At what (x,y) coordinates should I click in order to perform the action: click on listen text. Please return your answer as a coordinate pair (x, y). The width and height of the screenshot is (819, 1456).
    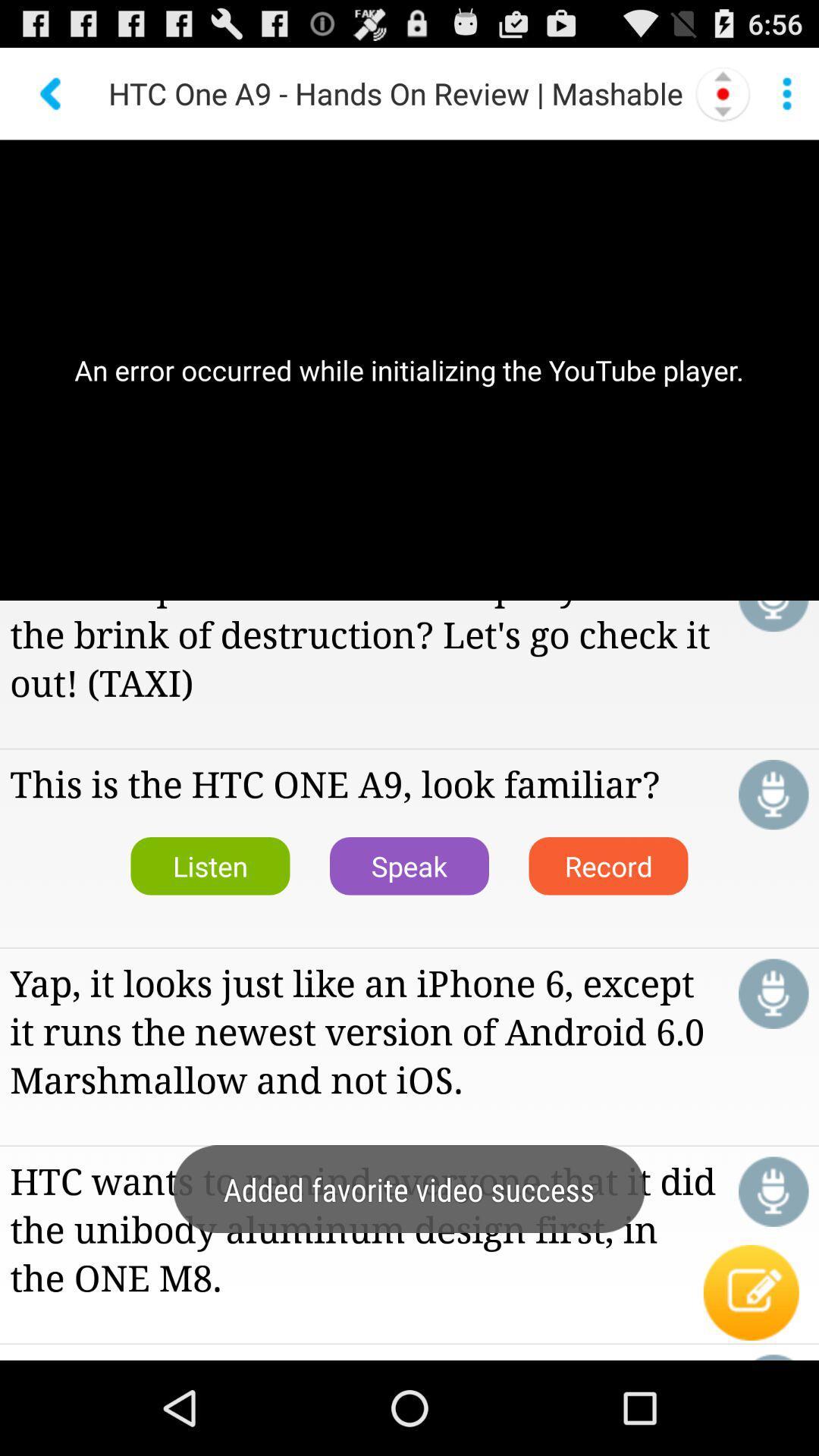
    Looking at the image, I should click on (773, 616).